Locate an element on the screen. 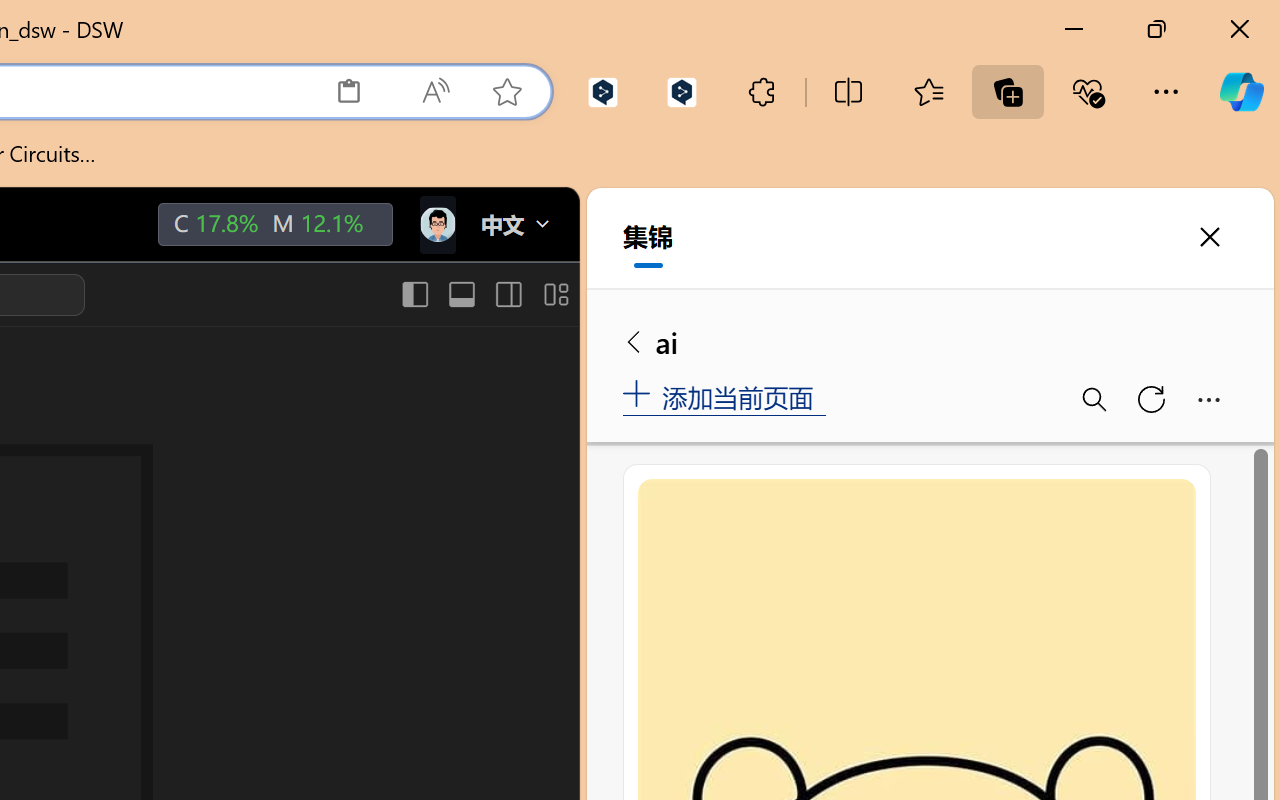 The width and height of the screenshot is (1280, 800). 'Class: next-menu next-hoz widgets--iconMenu--BFkiHRM' is located at coordinates (435, 225).